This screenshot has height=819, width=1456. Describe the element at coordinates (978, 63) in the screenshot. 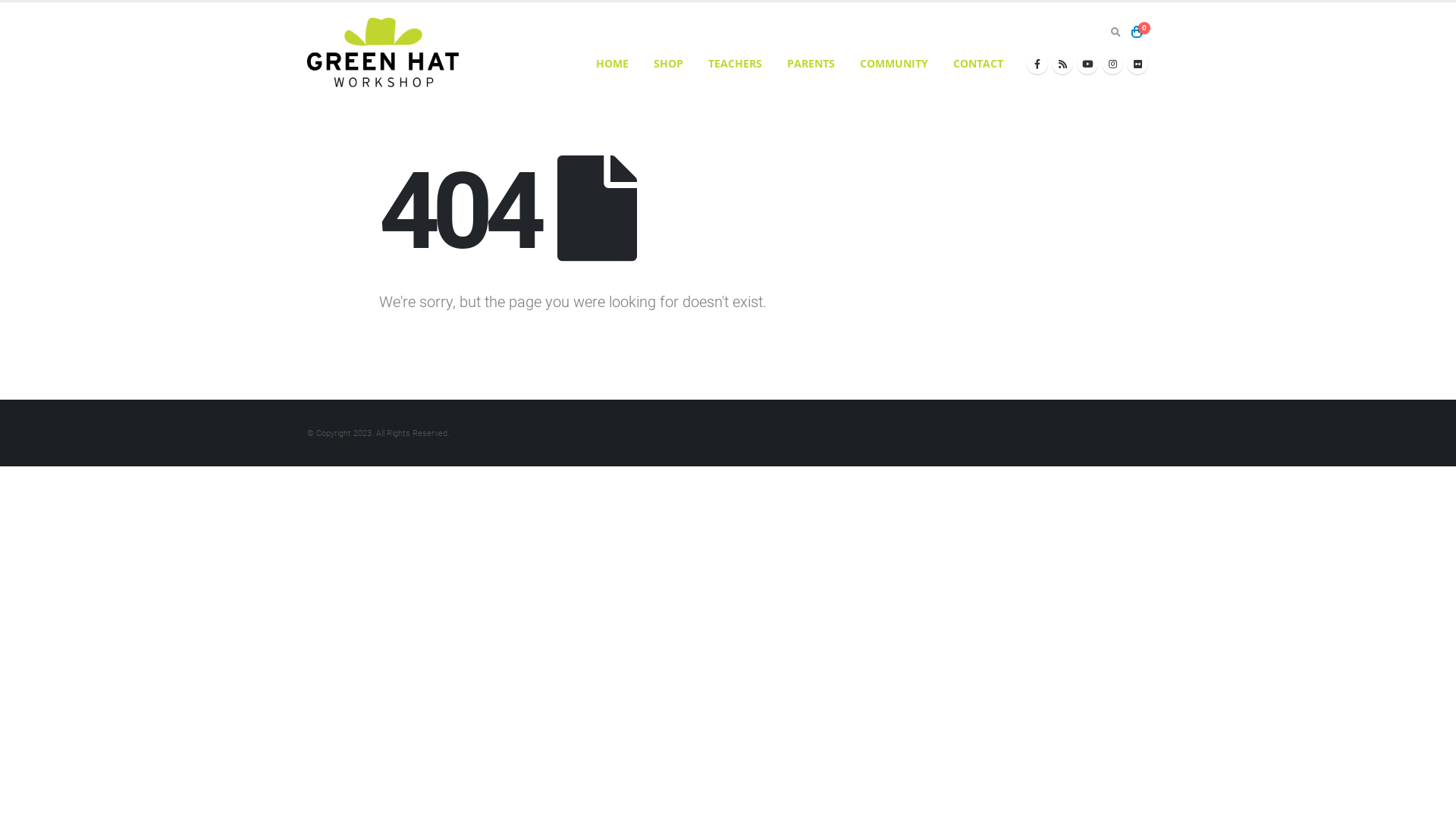

I see `'CONTACT'` at that location.